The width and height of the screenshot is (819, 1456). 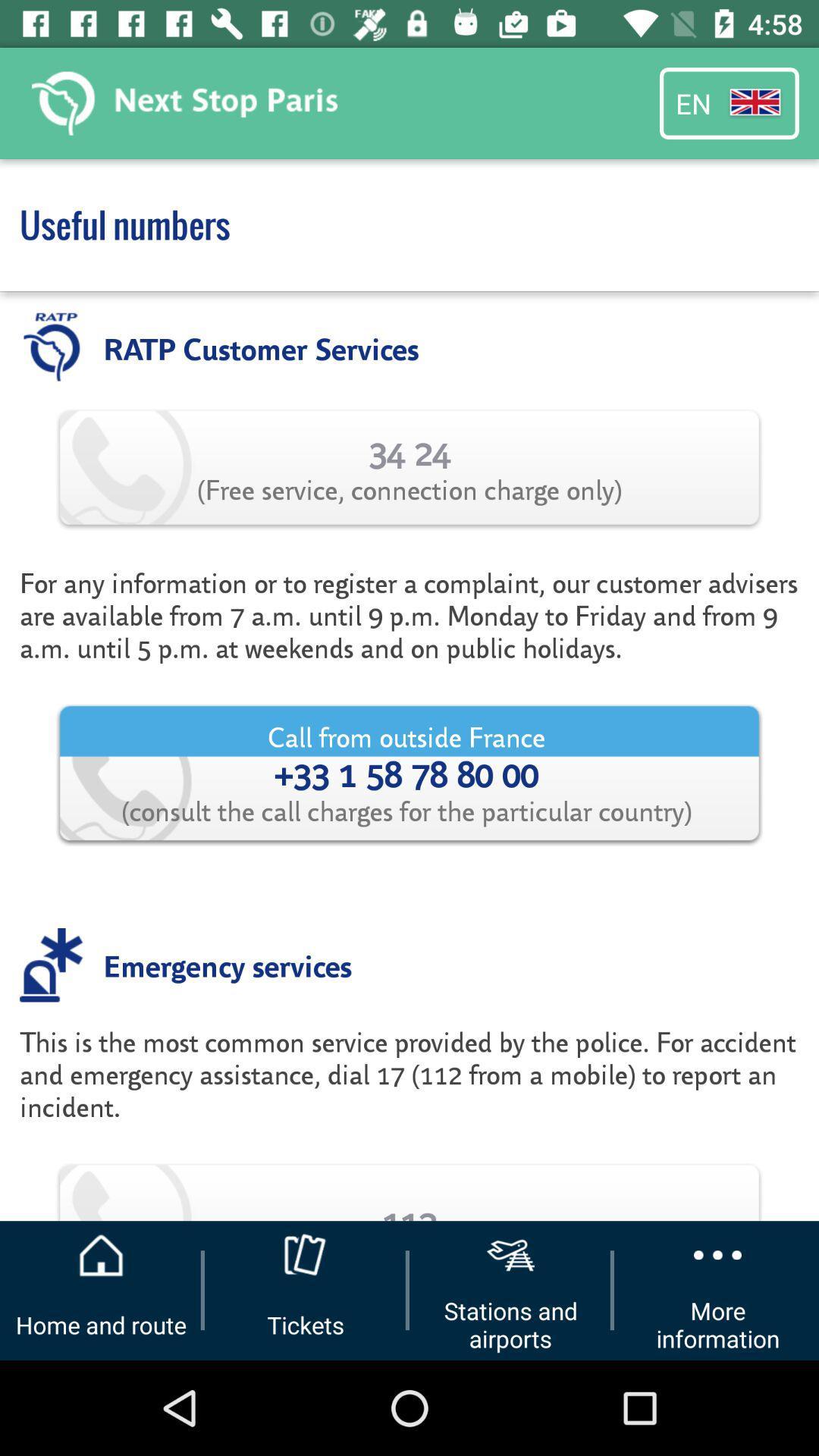 I want to click on the item above the 34 24 free app, so click(x=260, y=347).